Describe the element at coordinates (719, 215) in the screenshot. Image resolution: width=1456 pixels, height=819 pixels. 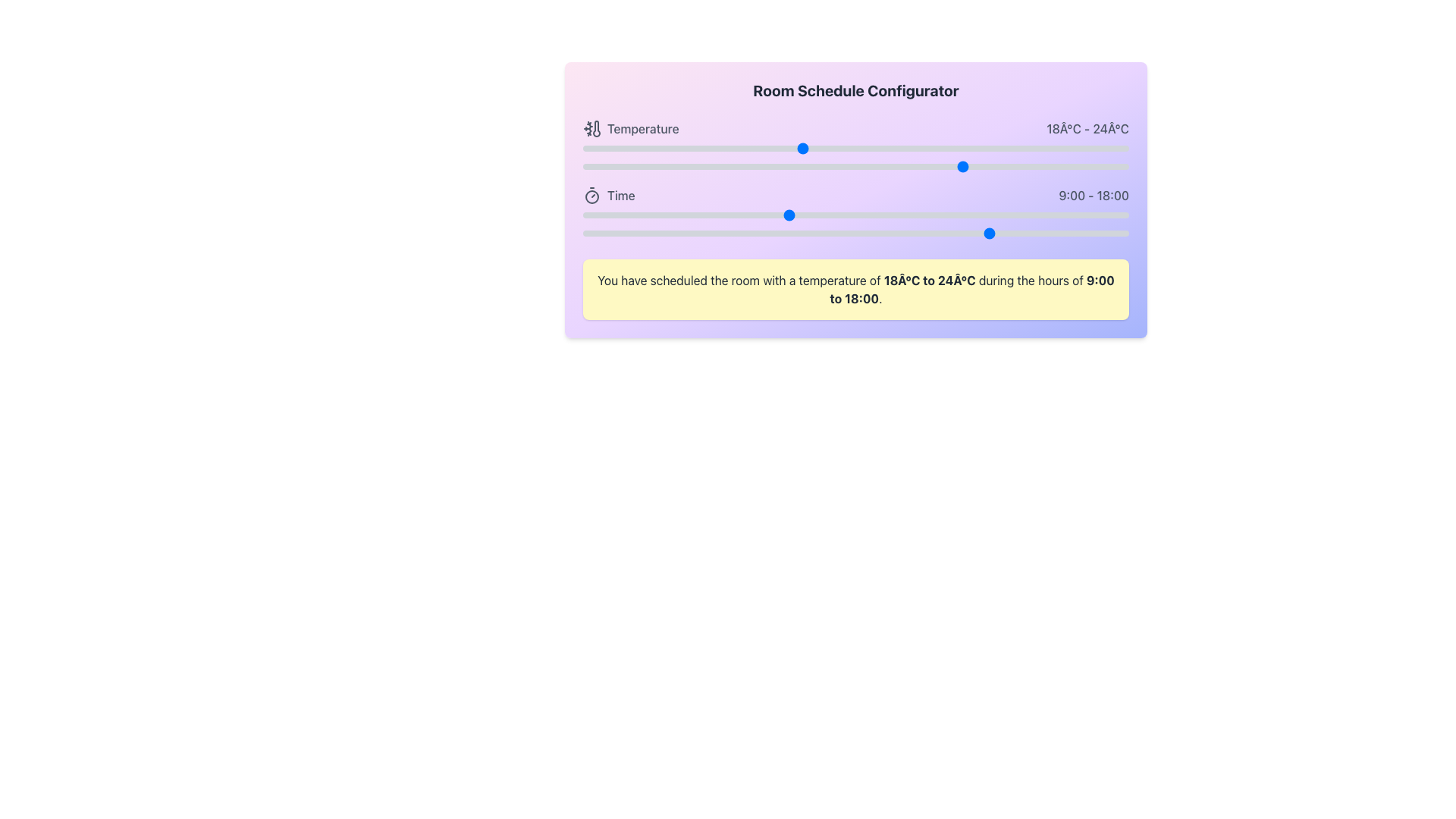
I see `the time` at that location.